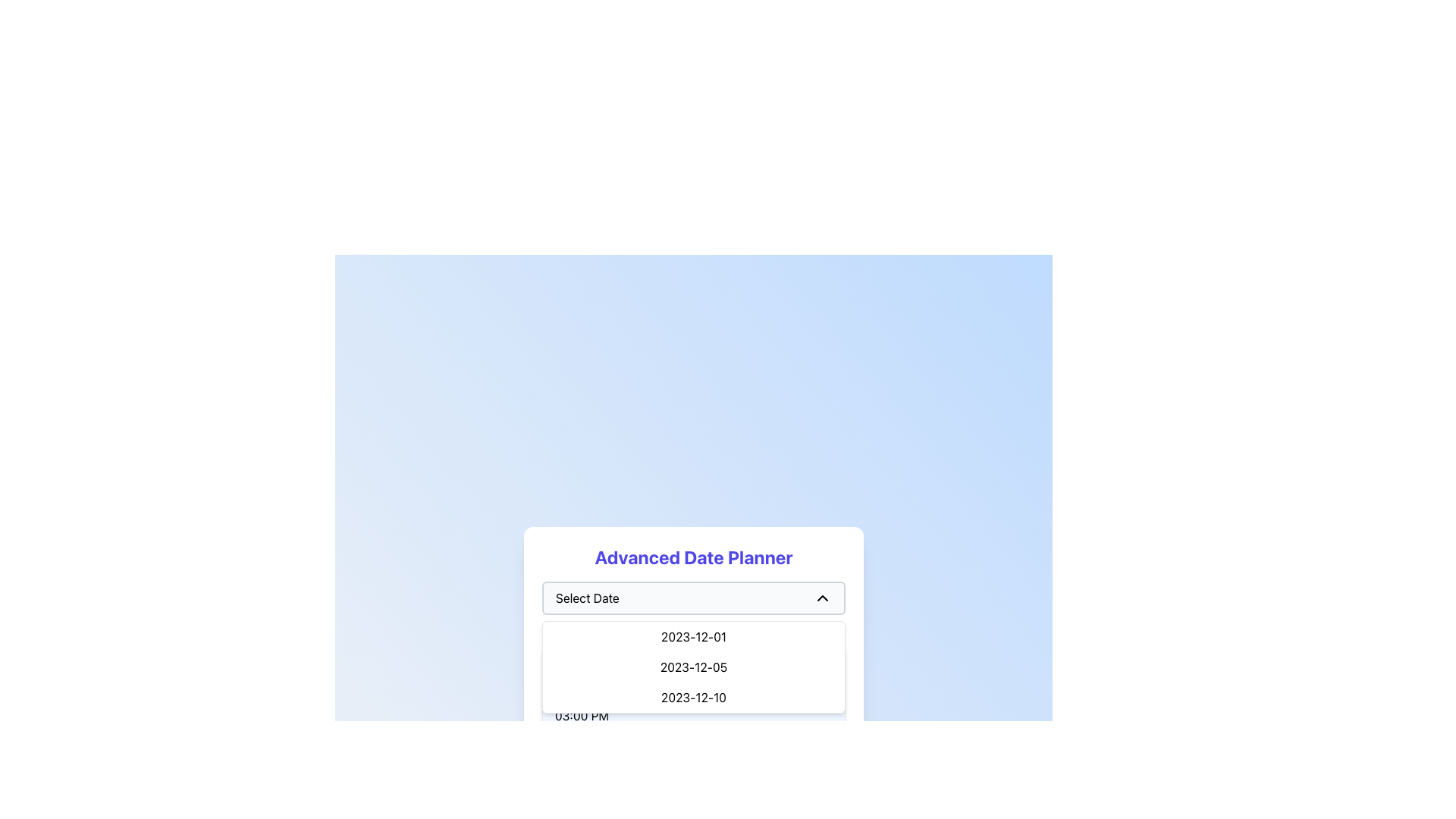  Describe the element at coordinates (693, 666) in the screenshot. I see `the text item displaying the date '2023-12-05' in the dropdown list` at that location.